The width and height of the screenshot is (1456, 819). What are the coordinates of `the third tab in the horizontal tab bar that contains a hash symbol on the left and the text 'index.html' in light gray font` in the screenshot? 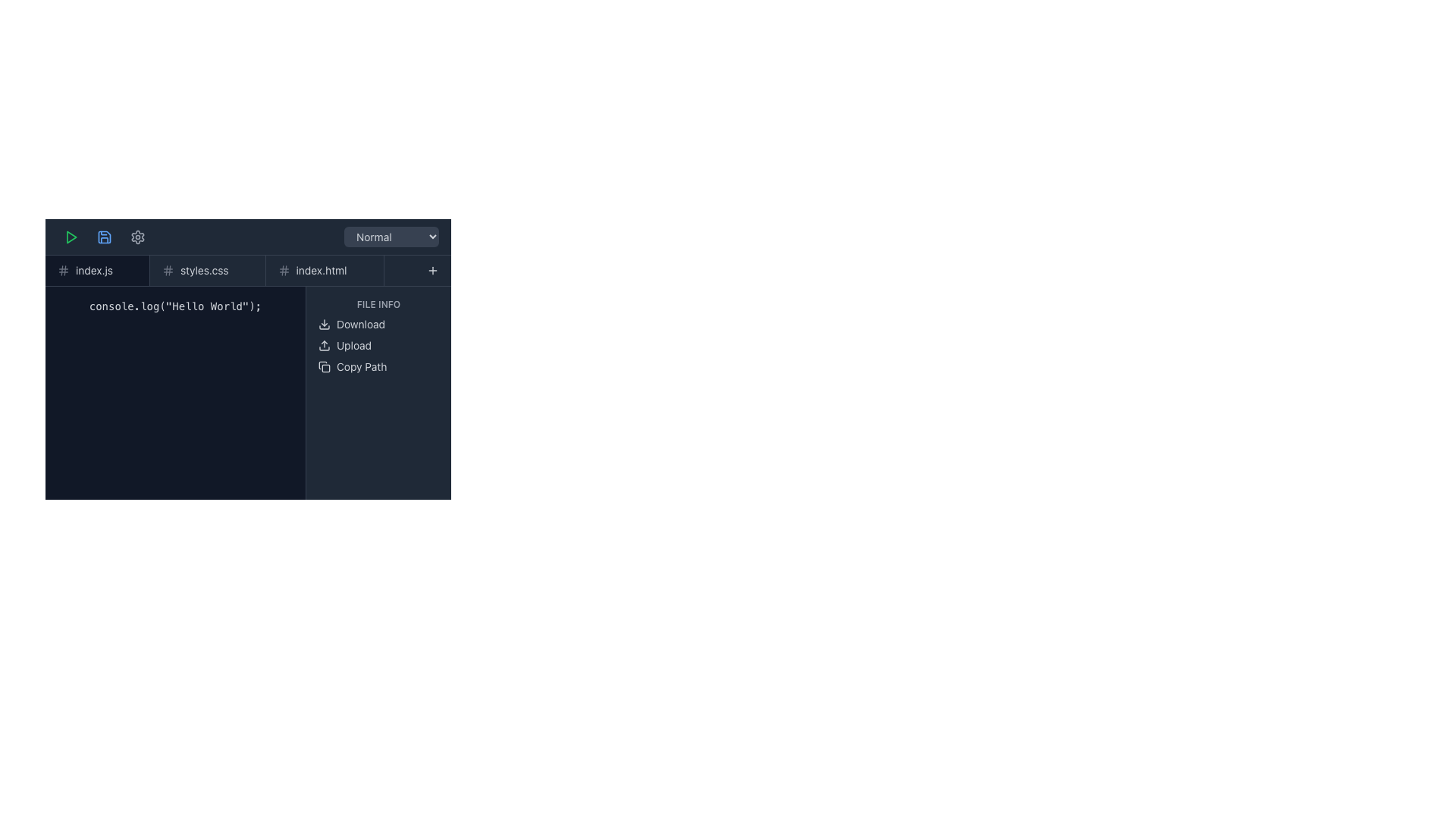 It's located at (324, 270).